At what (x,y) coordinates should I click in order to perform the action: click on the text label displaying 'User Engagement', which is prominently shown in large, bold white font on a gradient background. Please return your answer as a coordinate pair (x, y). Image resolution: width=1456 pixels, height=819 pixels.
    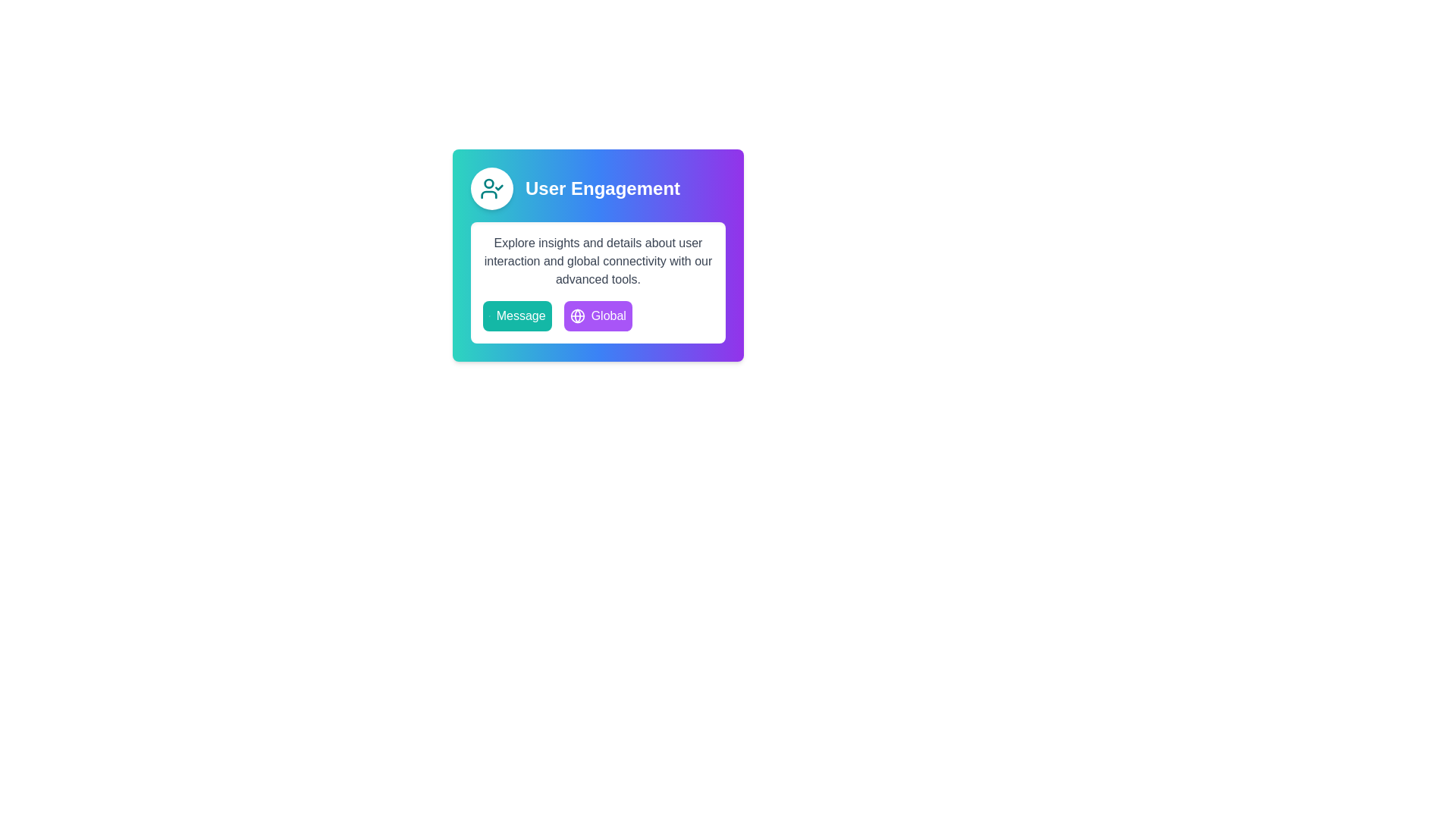
    Looking at the image, I should click on (602, 188).